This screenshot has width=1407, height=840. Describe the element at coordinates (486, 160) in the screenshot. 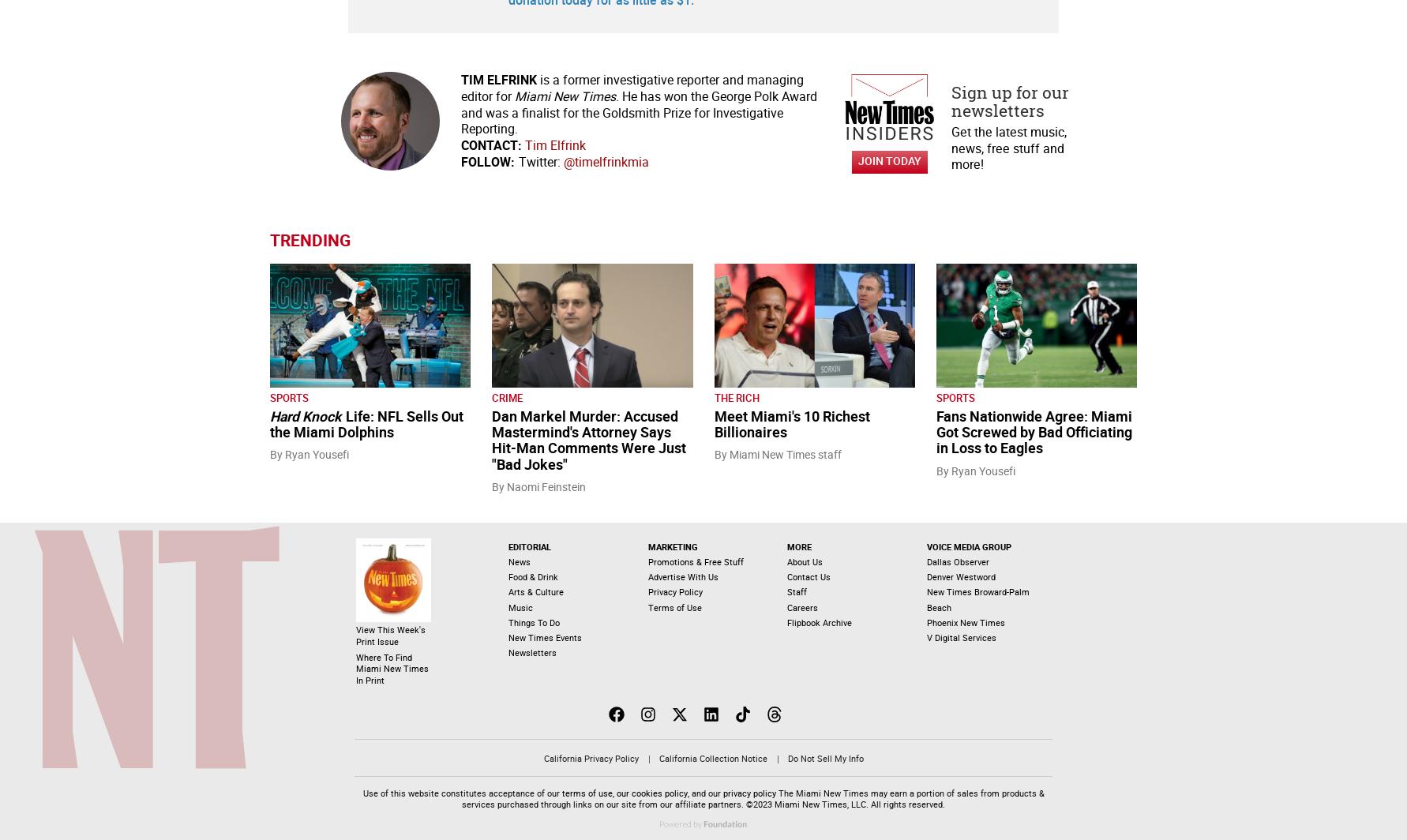

I see `'Follow:'` at that location.